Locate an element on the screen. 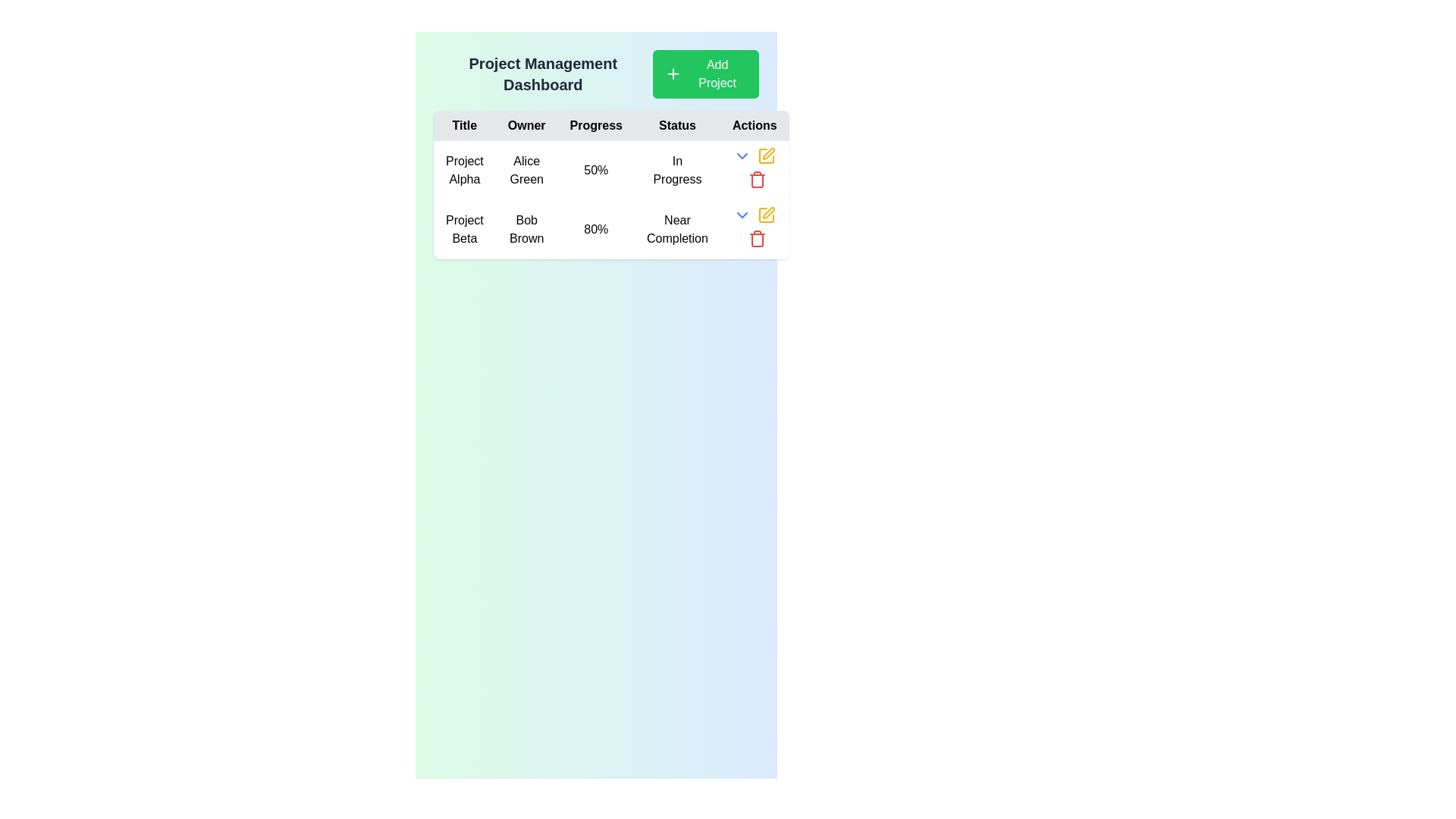  the pen icon located in the Actions column of the second row of the table to initiate editing is located at coordinates (768, 213).